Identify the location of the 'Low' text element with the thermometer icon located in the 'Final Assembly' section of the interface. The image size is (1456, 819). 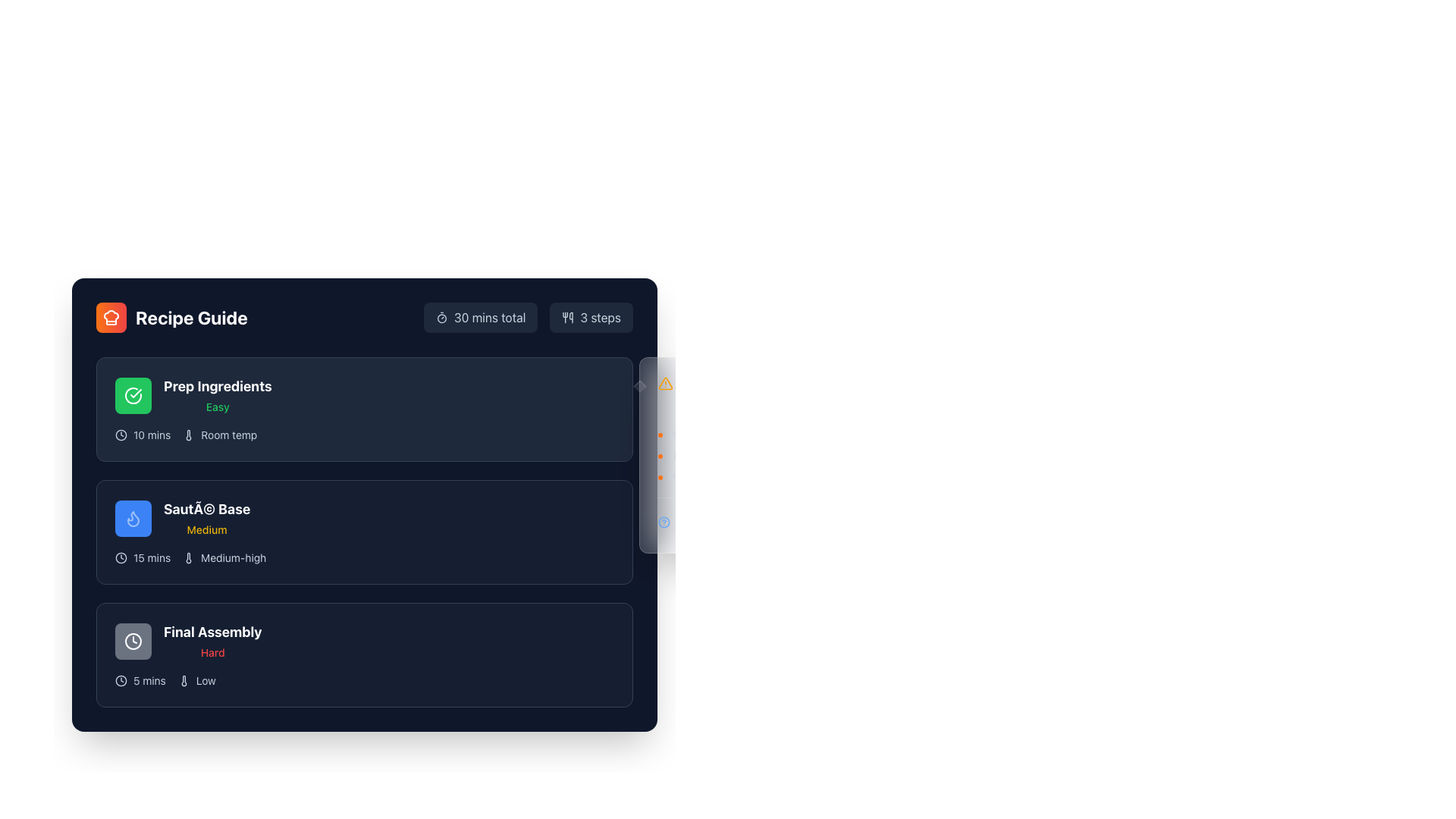
(196, 680).